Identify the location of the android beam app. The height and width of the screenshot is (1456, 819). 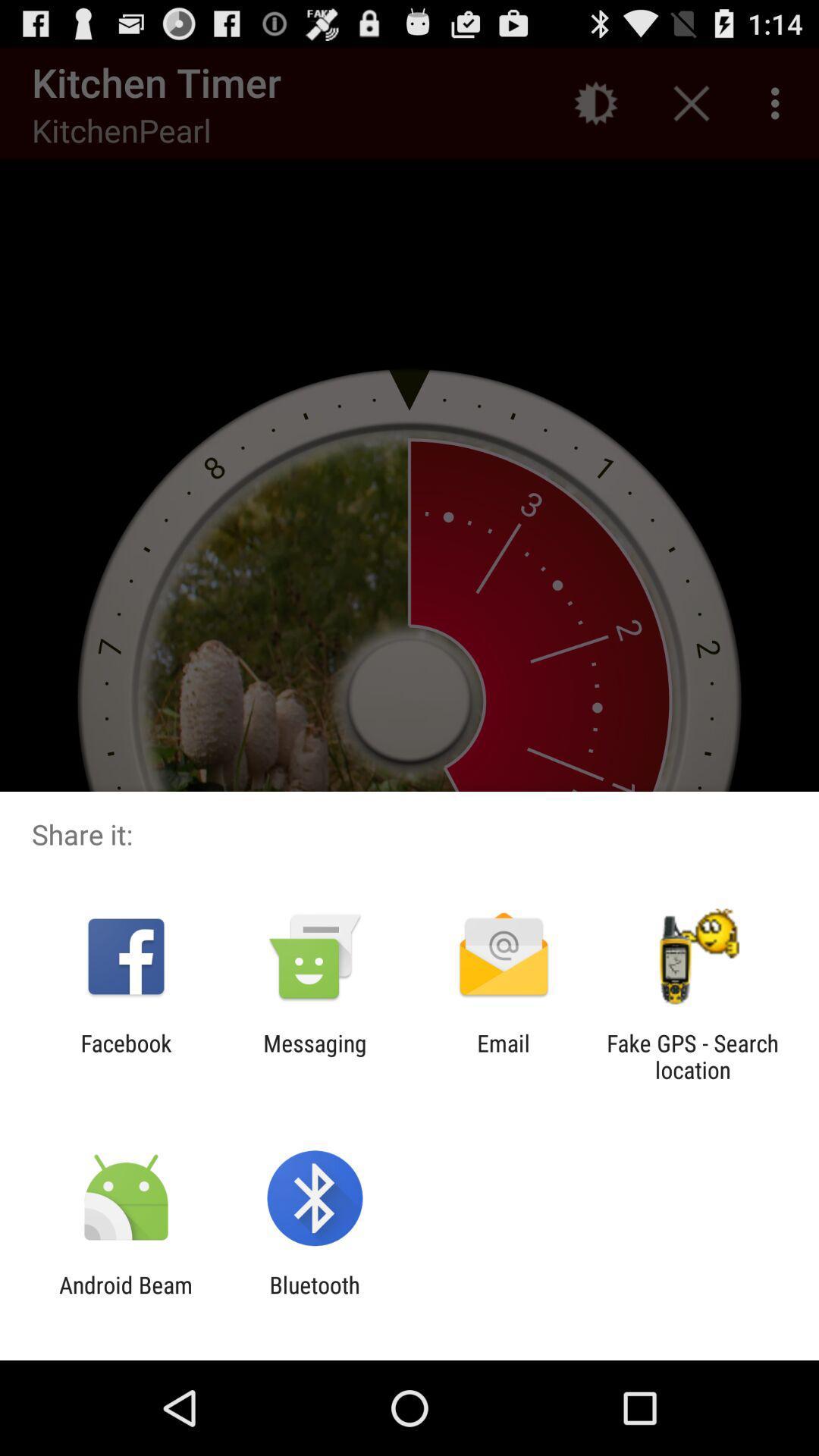
(125, 1298).